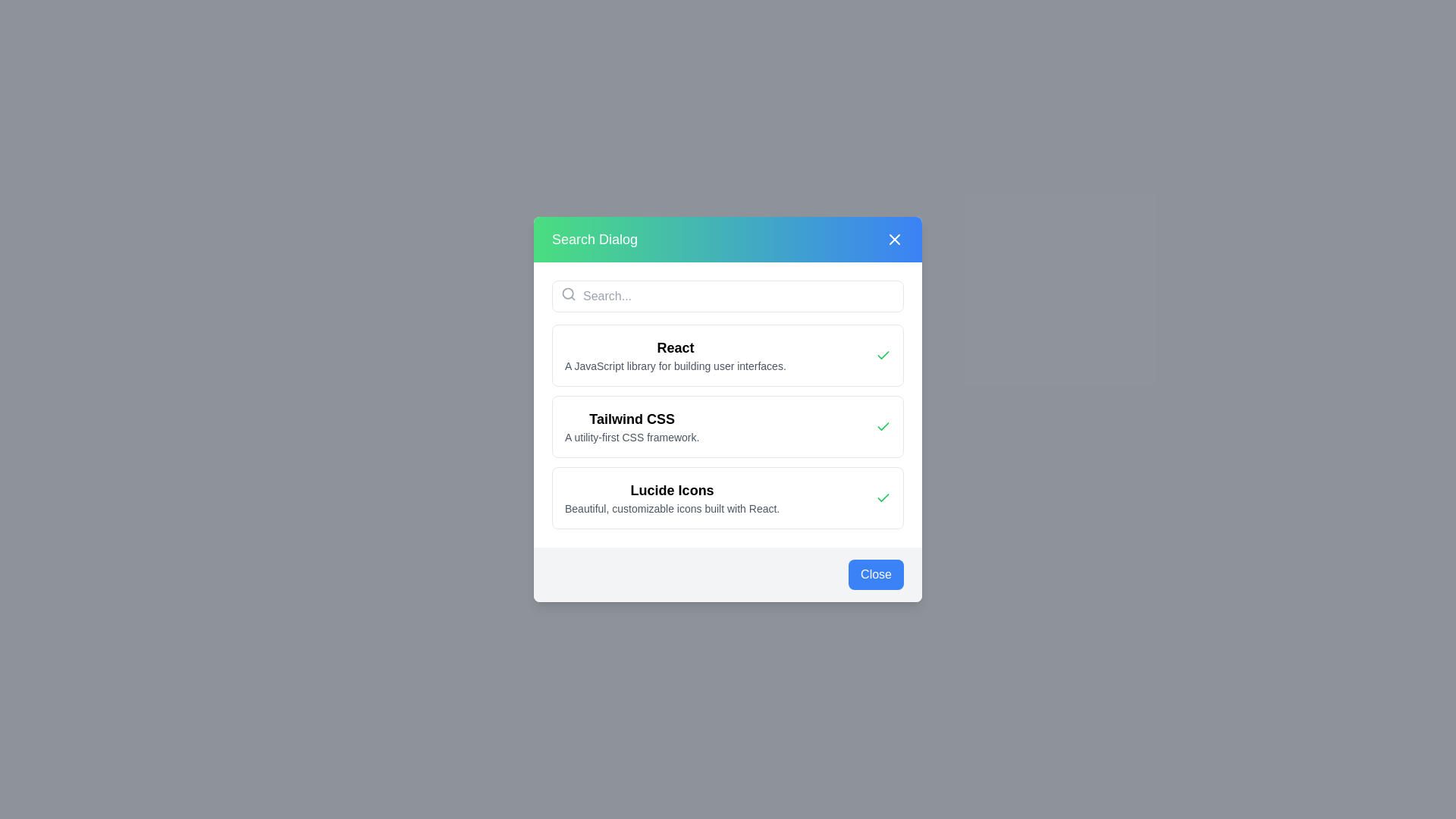 The height and width of the screenshot is (819, 1456). What do you see at coordinates (674, 366) in the screenshot?
I see `text label that displays 'A JavaScript library for building user interfaces.' located beneath the 'React' header in the dialog box` at bounding box center [674, 366].